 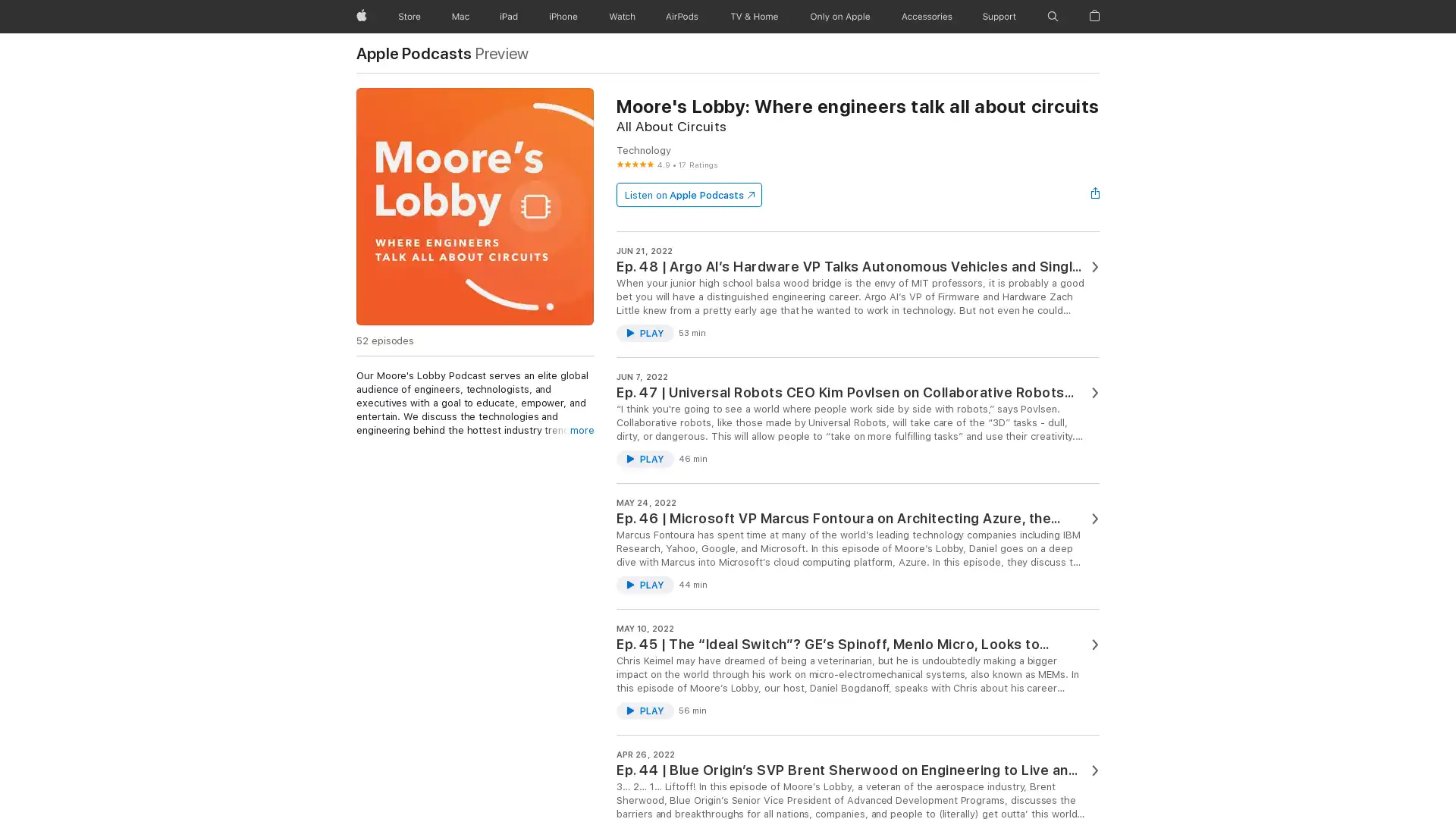 I want to click on Play Ep. 46 | Microsoft VP Marcus Fontoura on Architecting Azure, the Worlds Computer by @@podcastArtist@@, so click(x=645, y=584).